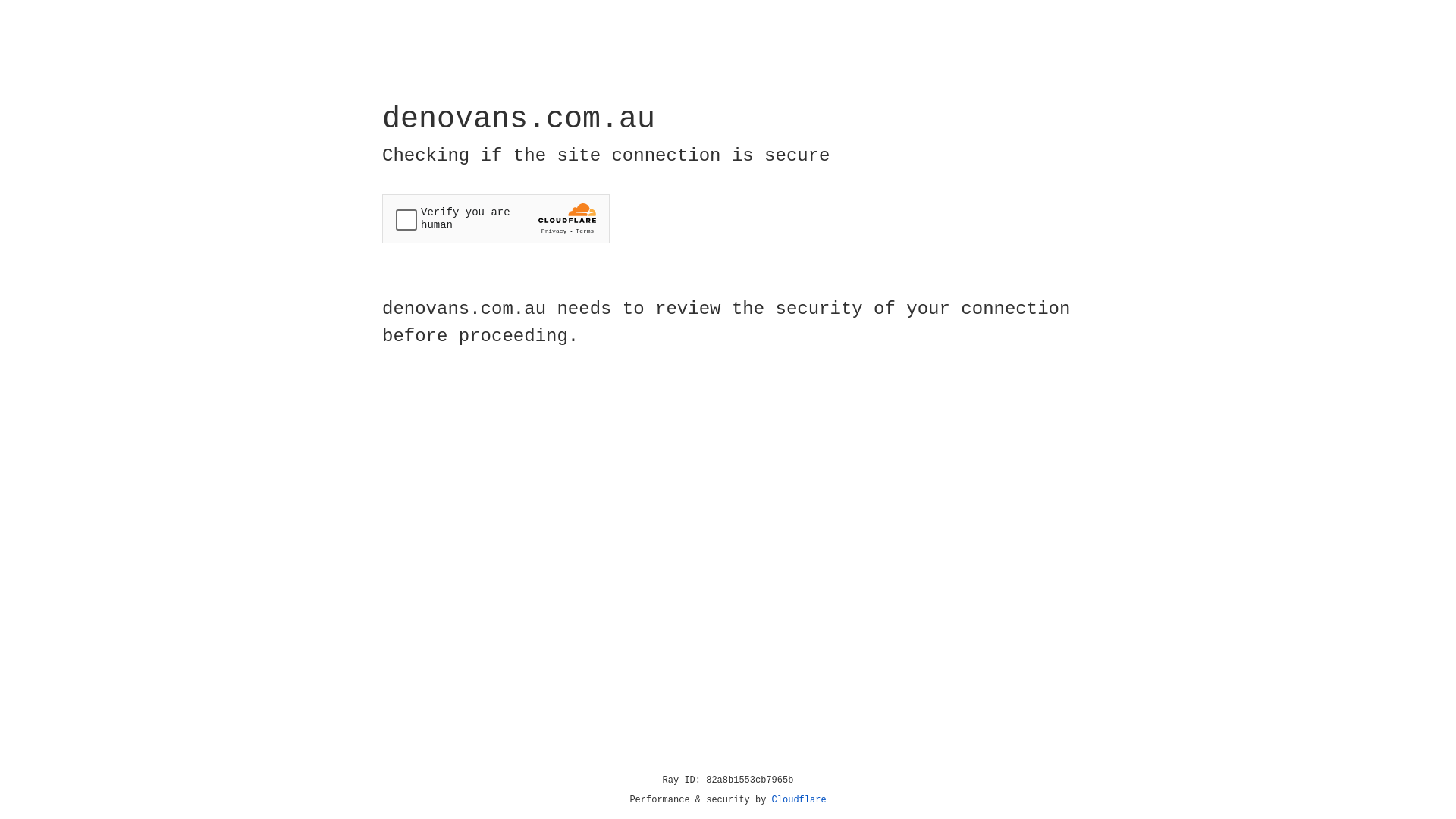 Image resolution: width=1456 pixels, height=819 pixels. Describe the element at coordinates (799, 799) in the screenshot. I see `'Cloudflare'` at that location.